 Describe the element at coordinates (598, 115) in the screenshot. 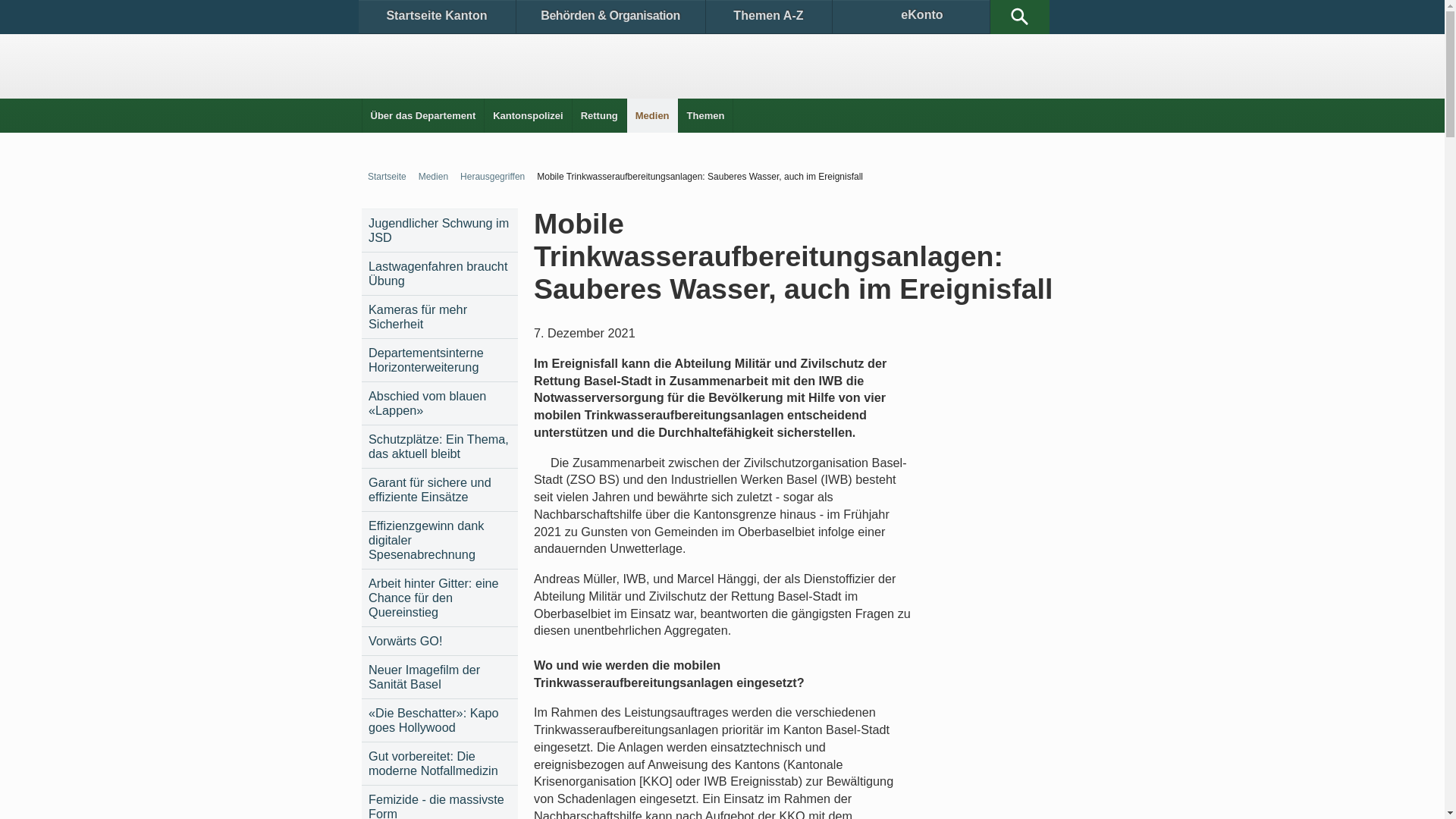

I see `'Rettung'` at that location.